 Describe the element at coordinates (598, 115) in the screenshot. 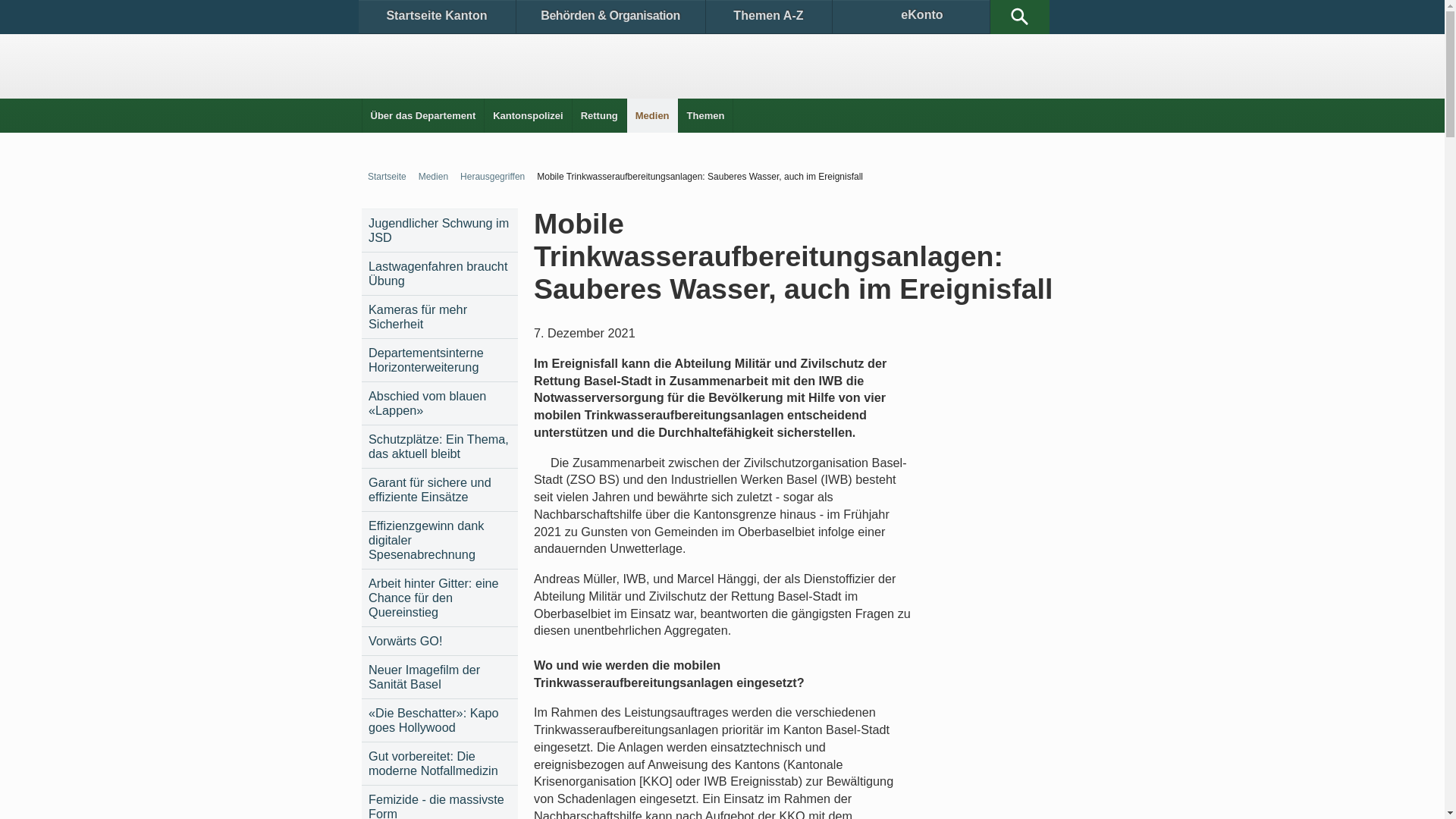

I see `'Rettung'` at that location.